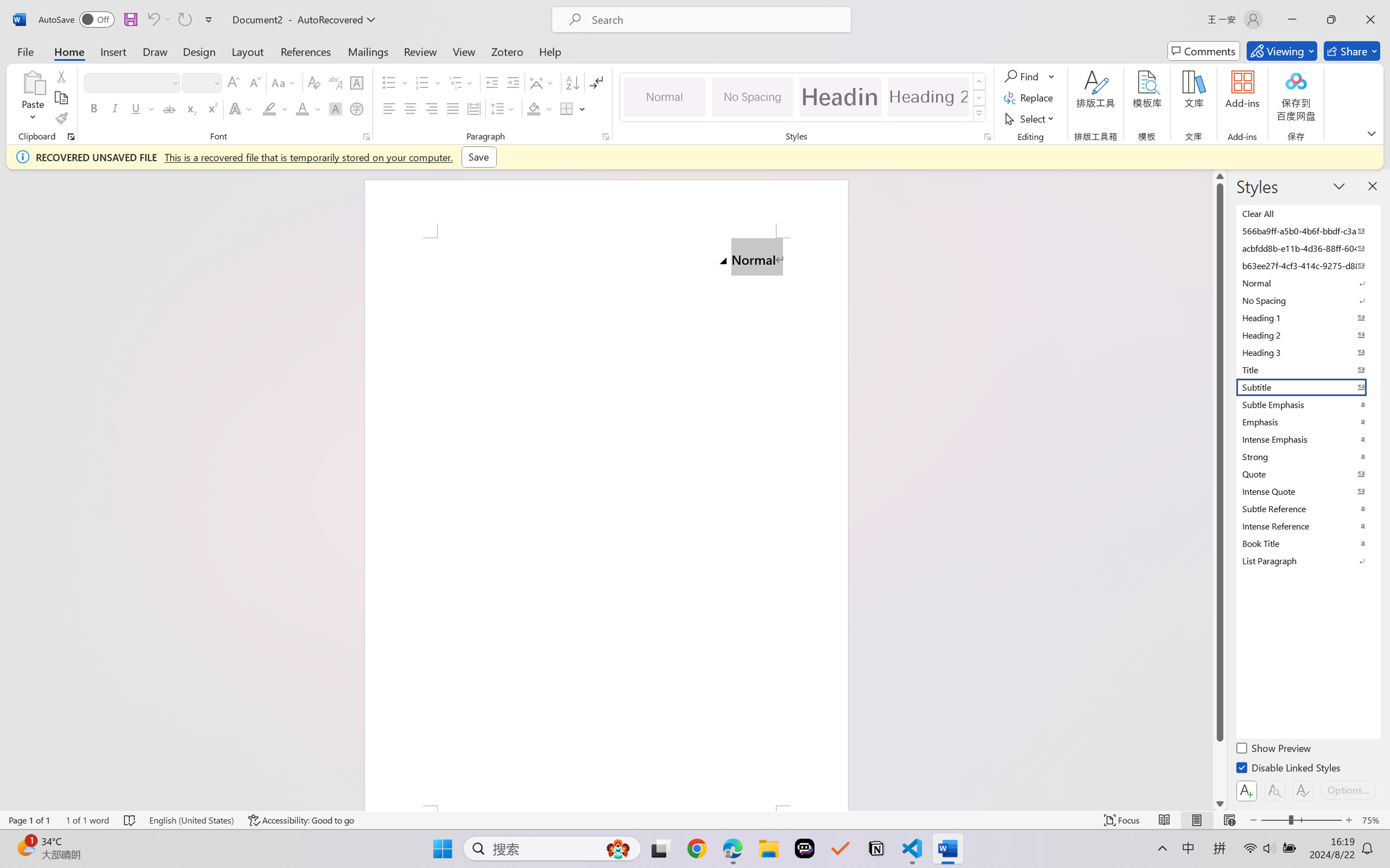 The height and width of the screenshot is (868, 1390). Describe the element at coordinates (313, 83) in the screenshot. I see `'Clear Formatting'` at that location.